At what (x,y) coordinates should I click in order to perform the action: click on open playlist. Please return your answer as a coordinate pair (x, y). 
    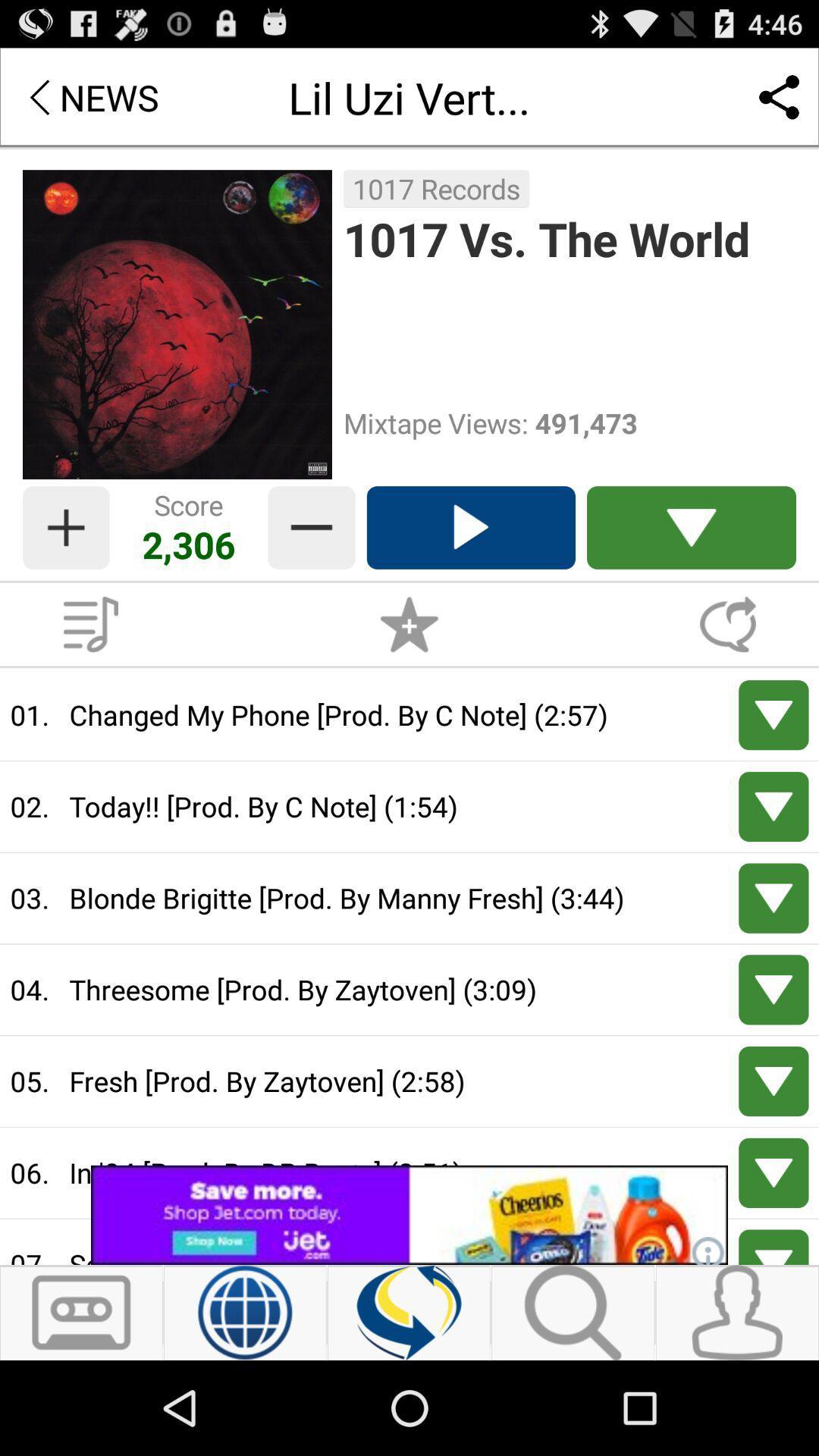
    Looking at the image, I should click on (90, 624).